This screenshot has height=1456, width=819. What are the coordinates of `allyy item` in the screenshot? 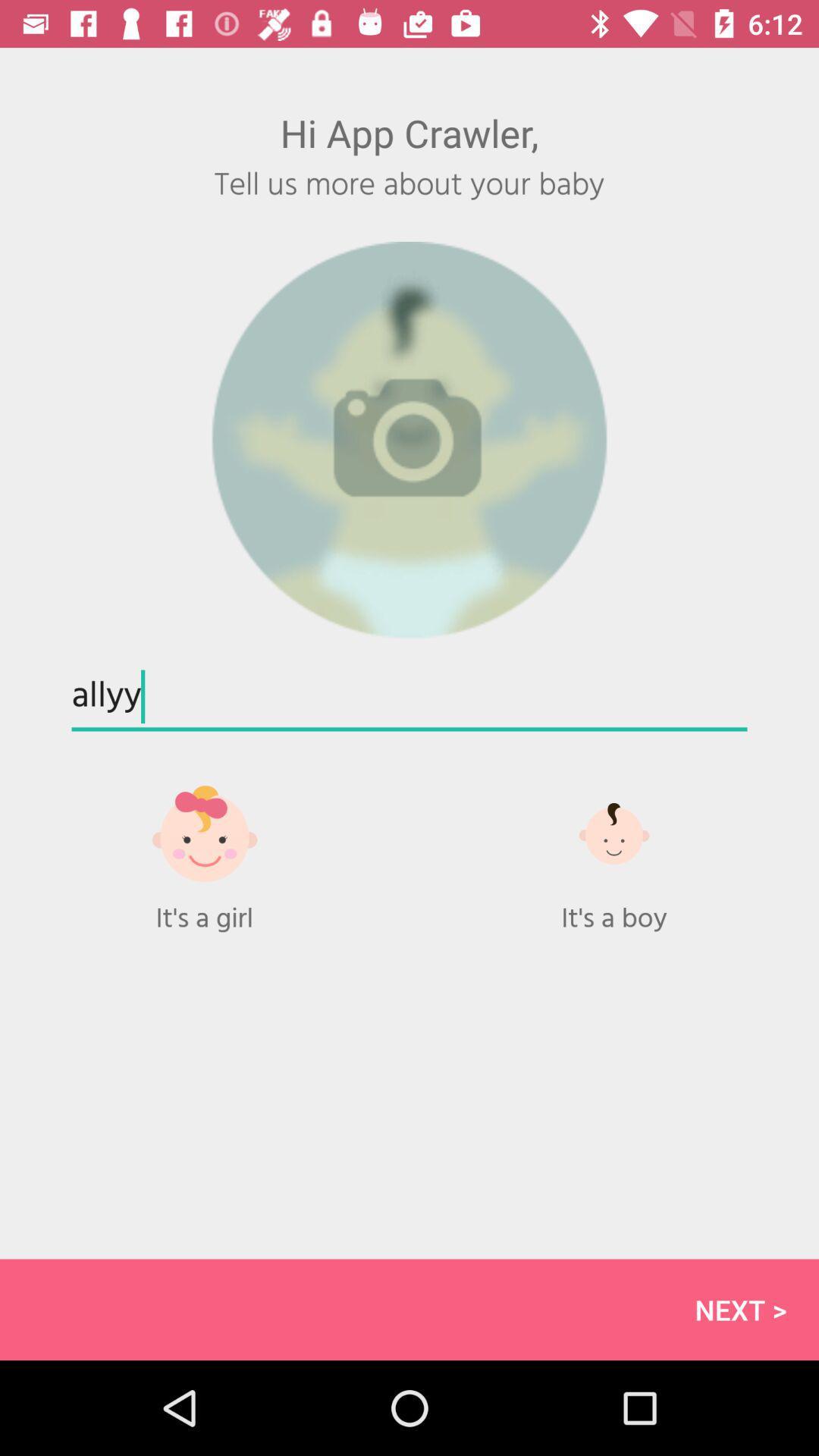 It's located at (409, 696).